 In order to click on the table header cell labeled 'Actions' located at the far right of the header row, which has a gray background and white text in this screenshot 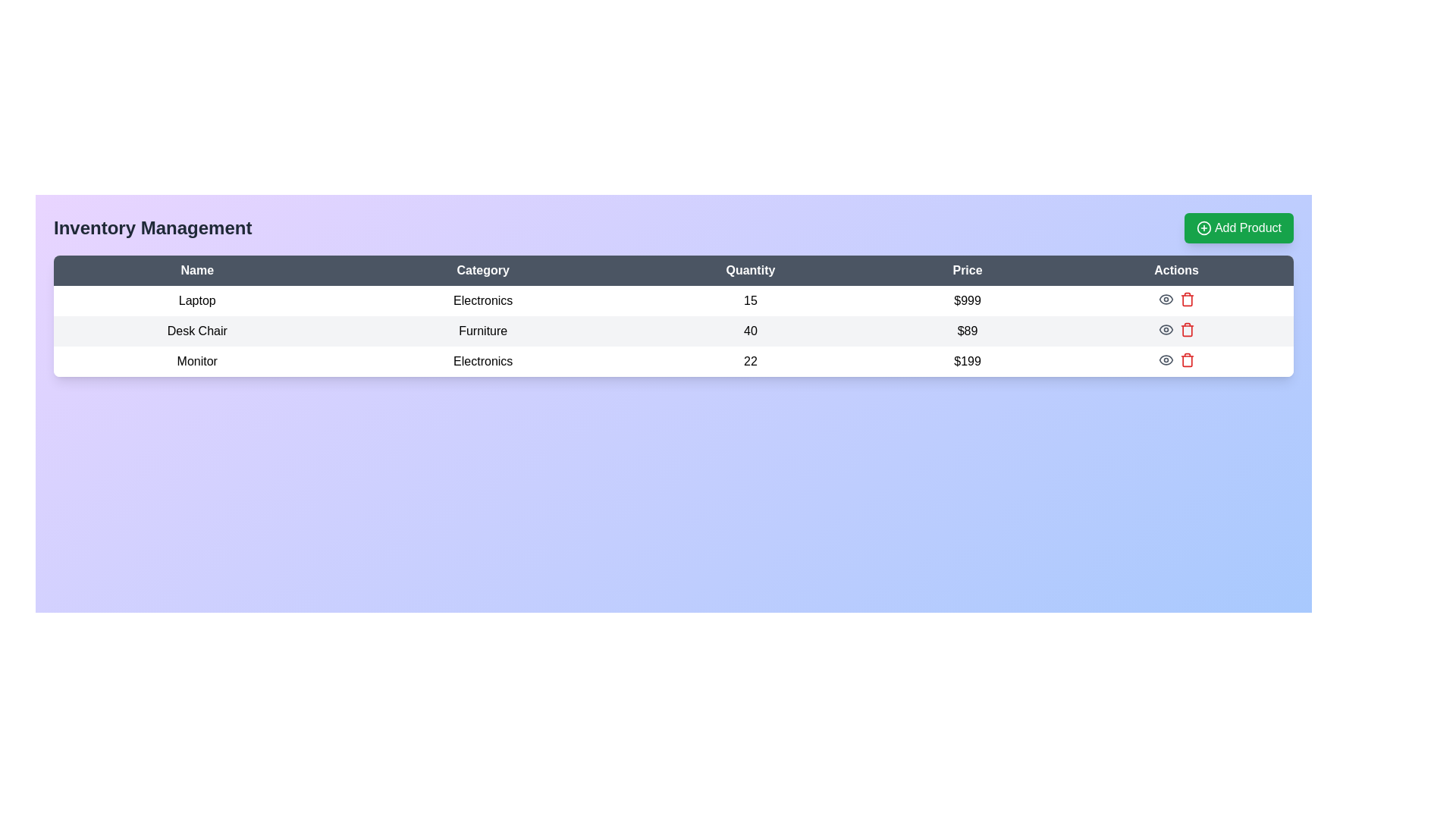, I will do `click(1175, 270)`.